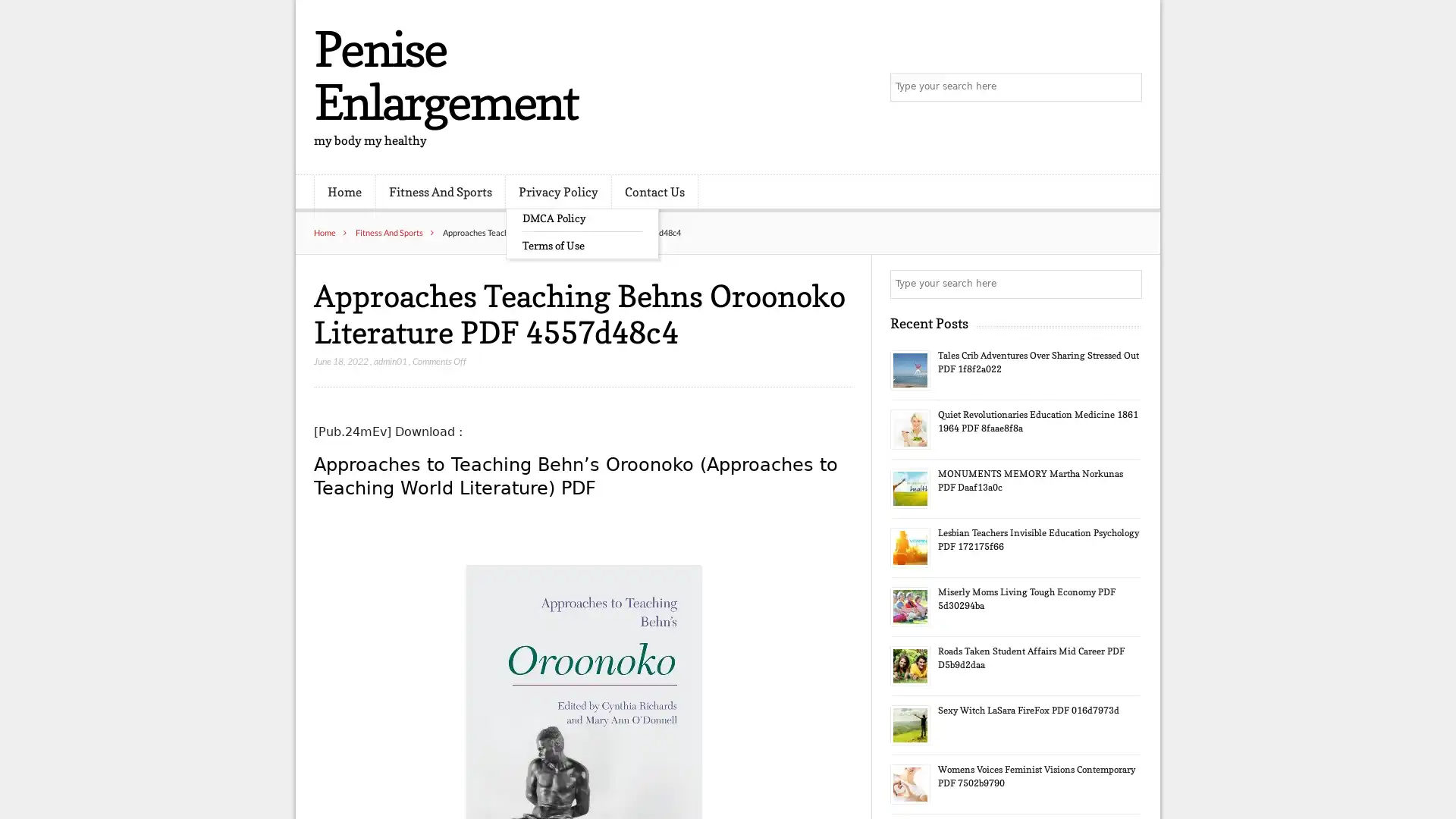 Image resolution: width=1456 pixels, height=819 pixels. Describe the element at coordinates (1126, 87) in the screenshot. I see `Search` at that location.